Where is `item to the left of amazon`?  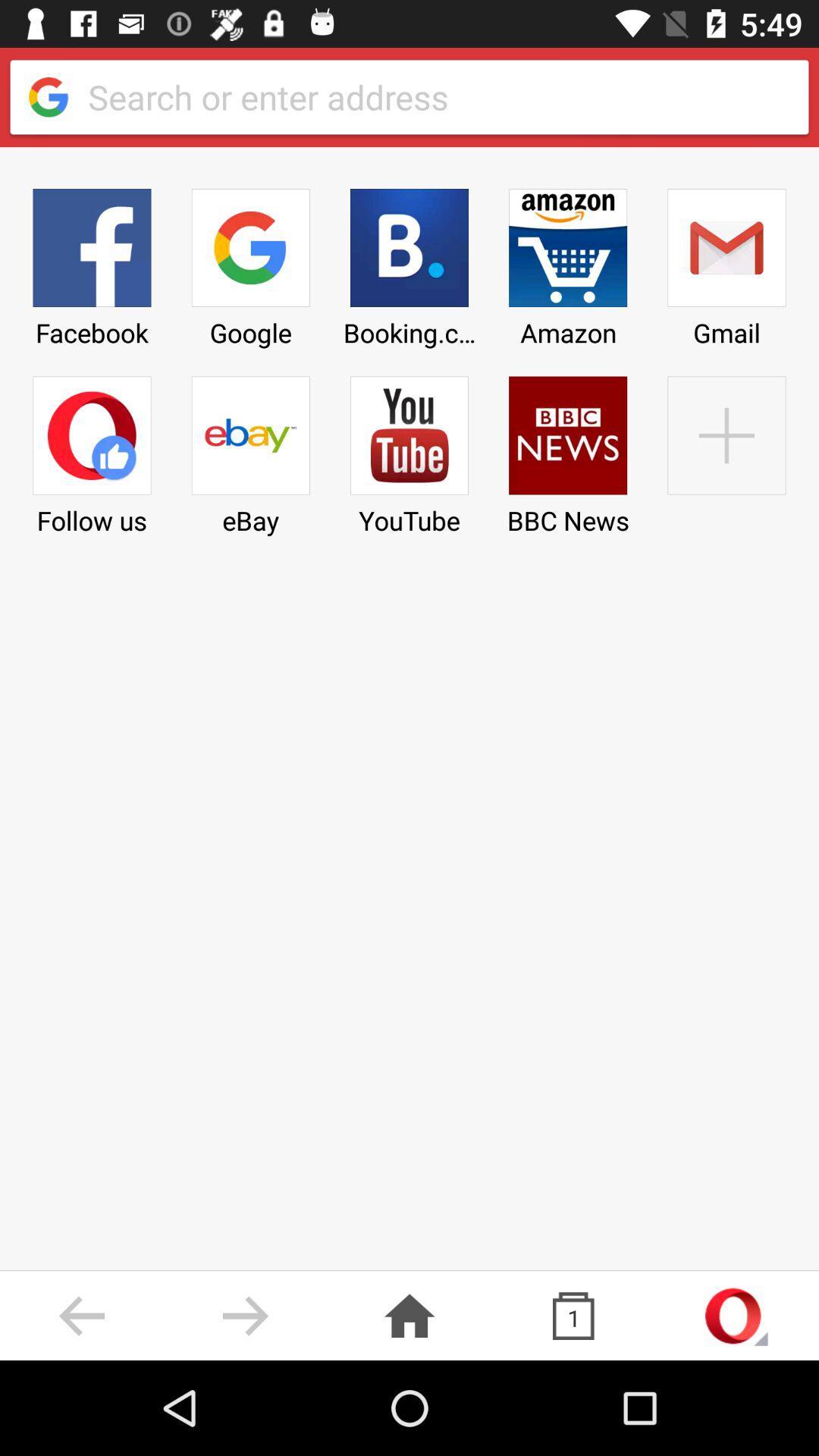 item to the left of amazon is located at coordinates (409, 262).